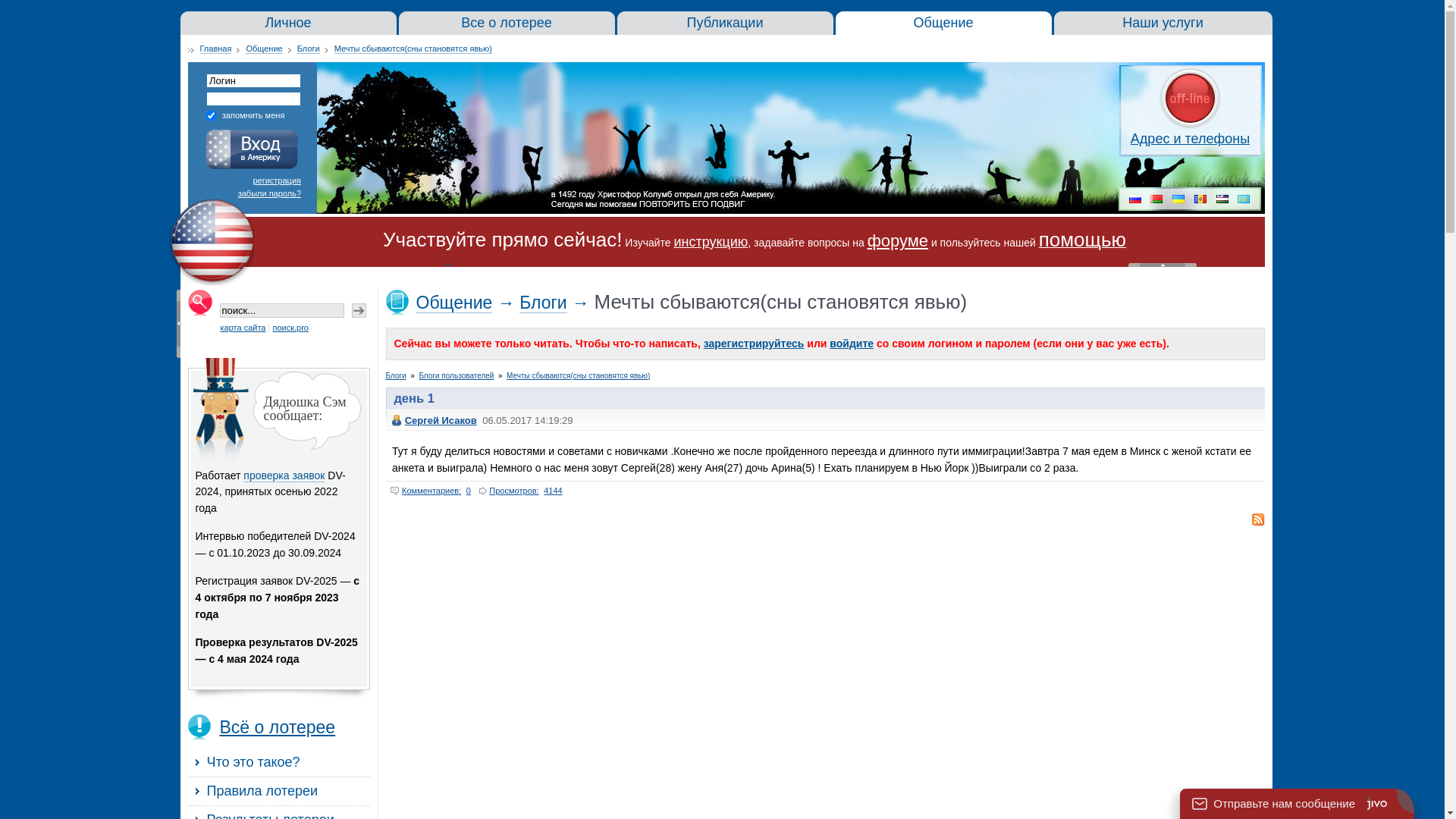 The width and height of the screenshot is (1456, 819). What do you see at coordinates (1156, 199) in the screenshot?
I see `'by'` at bounding box center [1156, 199].